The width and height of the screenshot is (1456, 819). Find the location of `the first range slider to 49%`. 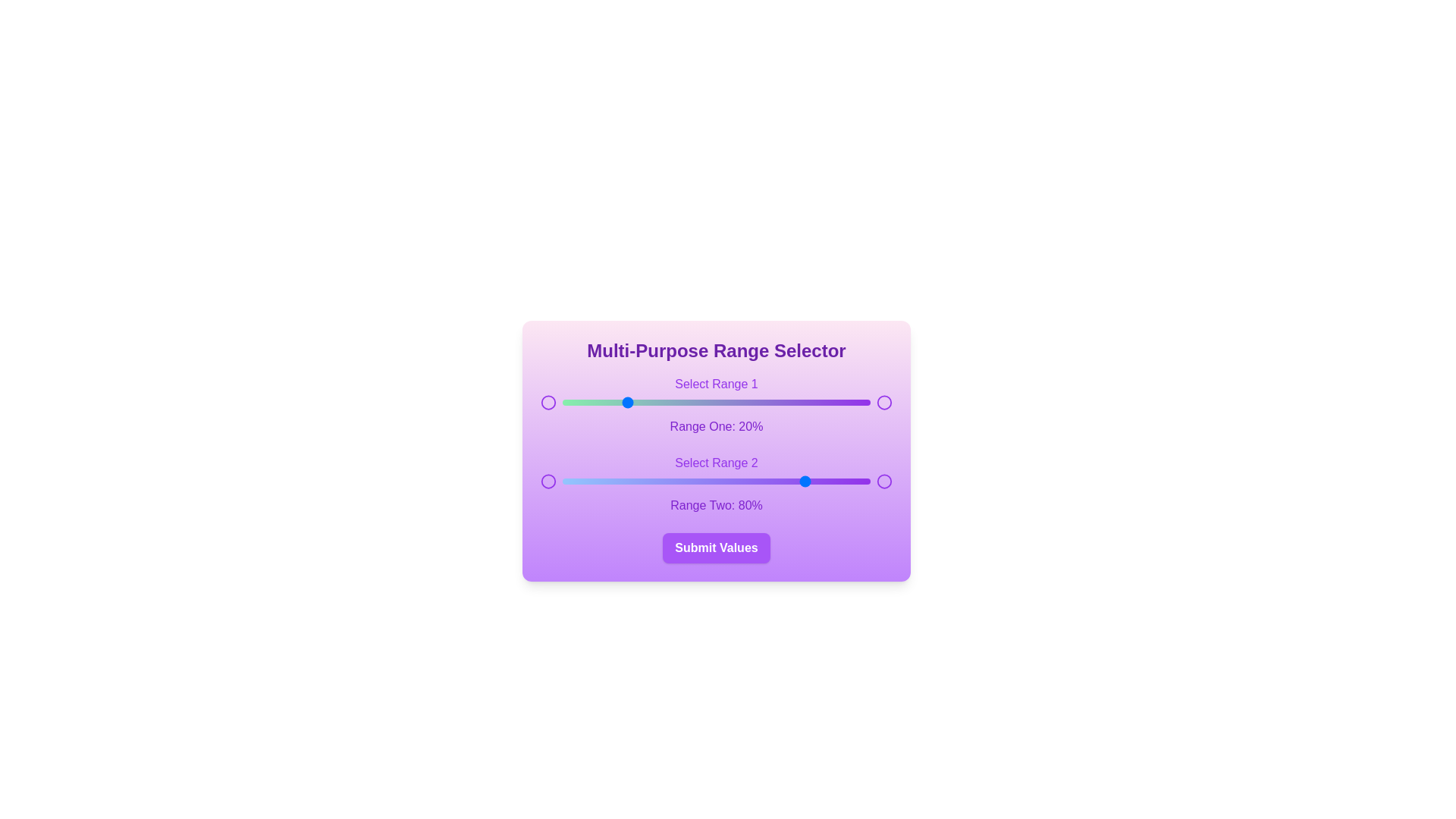

the first range slider to 49% is located at coordinates (712, 402).